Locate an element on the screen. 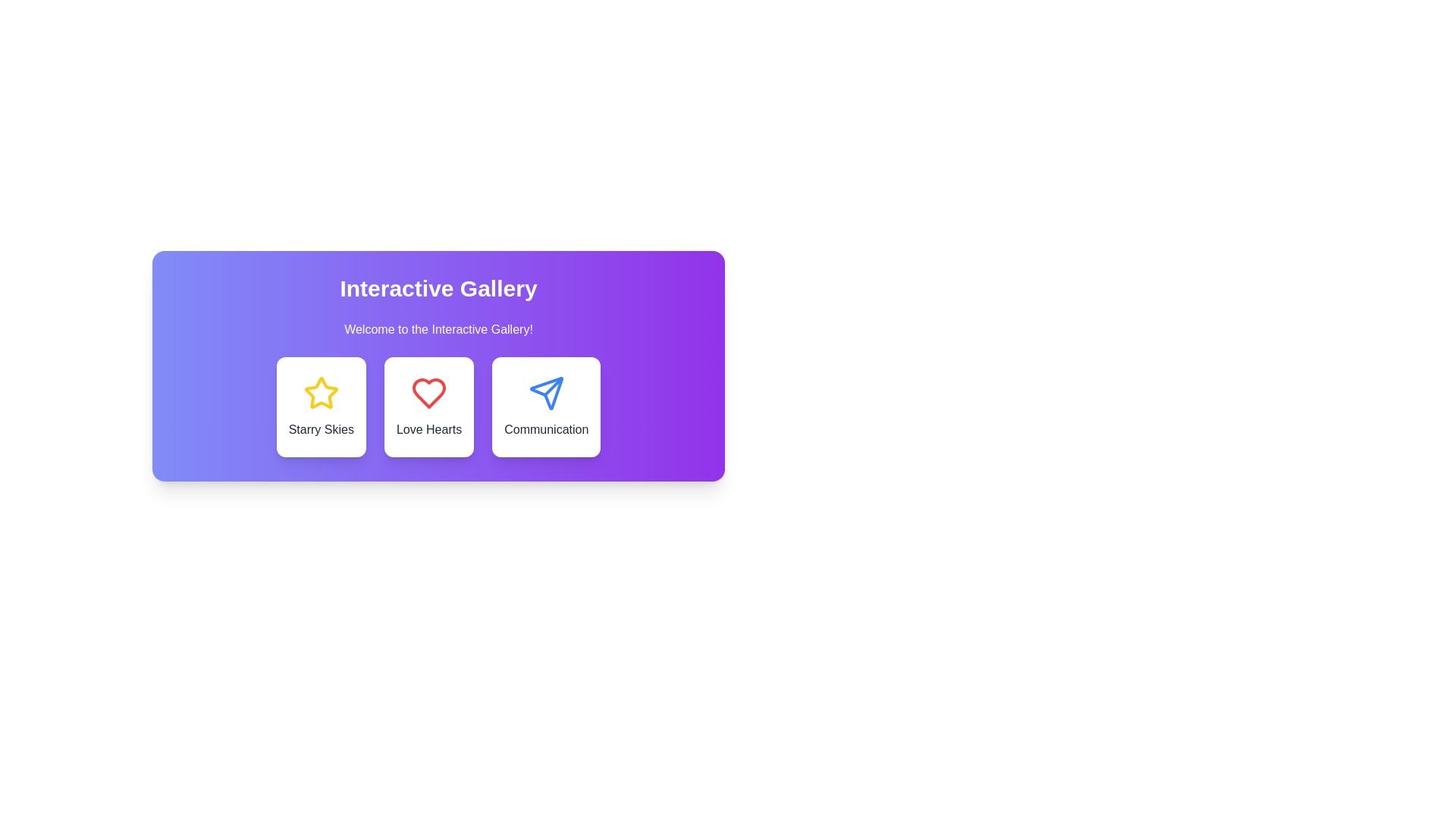  the leftmost card button in the 'Interactive Gallery' section is located at coordinates (320, 406).